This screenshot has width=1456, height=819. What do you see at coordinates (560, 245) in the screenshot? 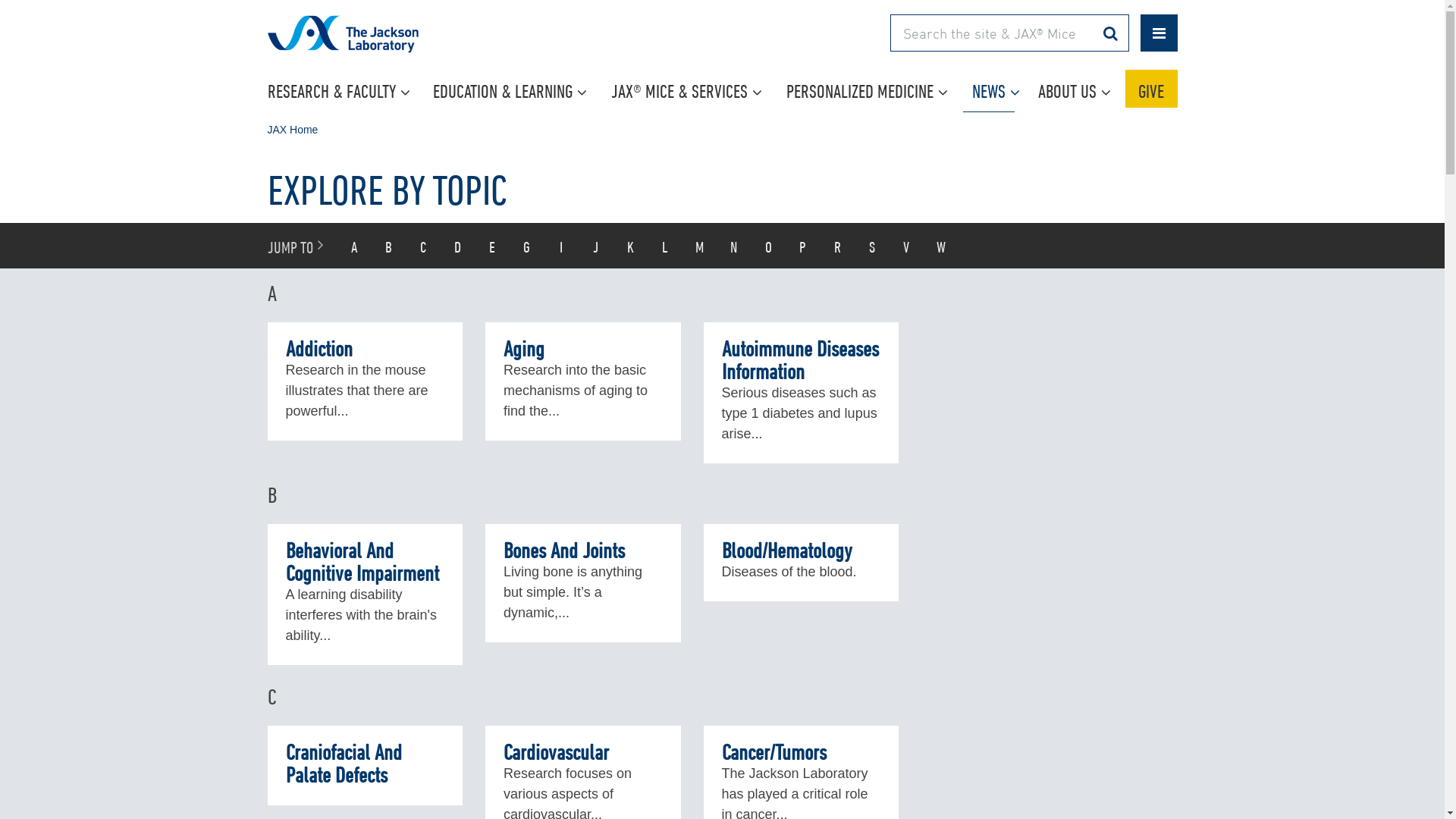
I see `'I'` at bounding box center [560, 245].